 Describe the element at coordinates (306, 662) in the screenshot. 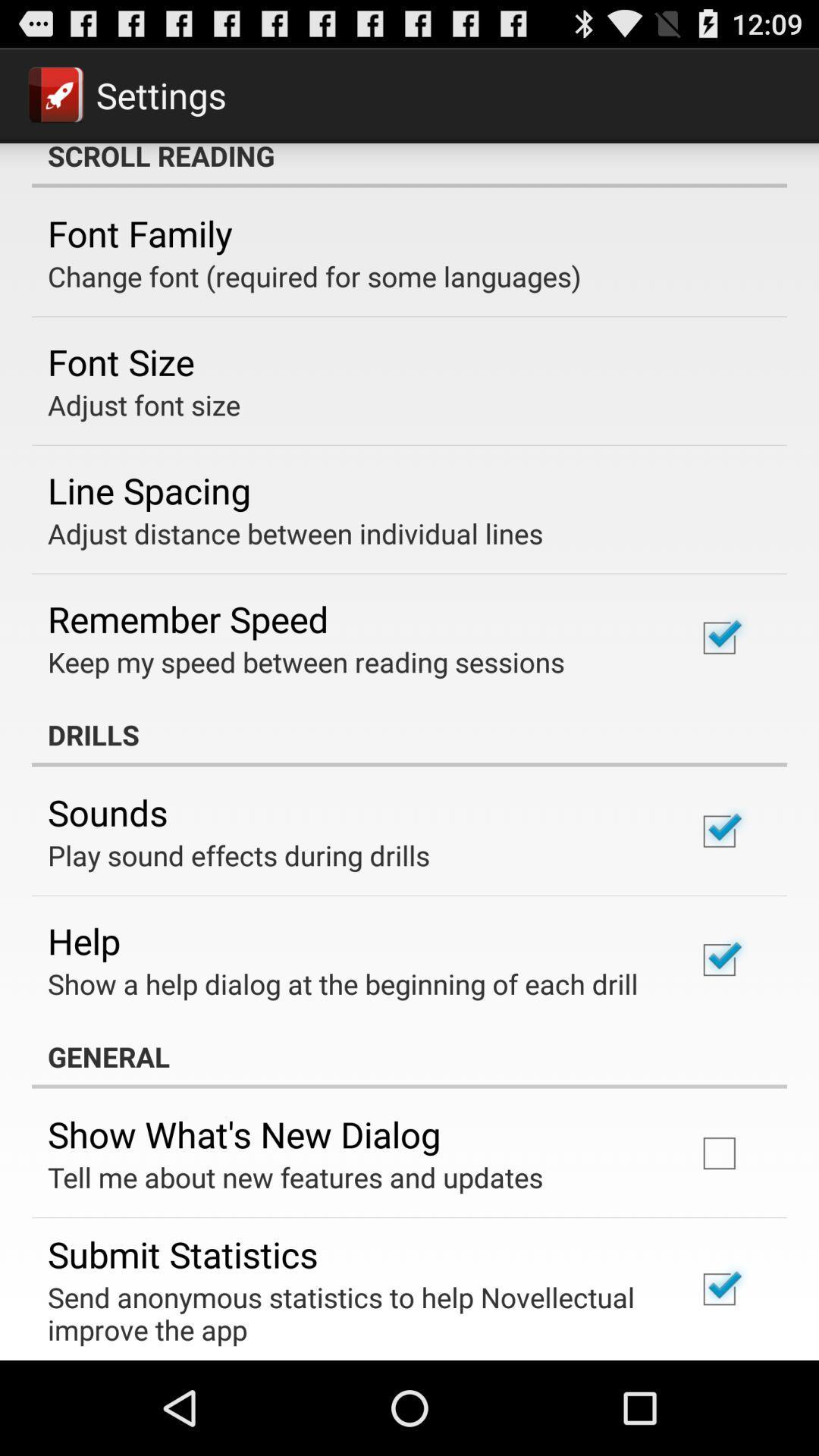

I see `app below the remember speed app` at that location.